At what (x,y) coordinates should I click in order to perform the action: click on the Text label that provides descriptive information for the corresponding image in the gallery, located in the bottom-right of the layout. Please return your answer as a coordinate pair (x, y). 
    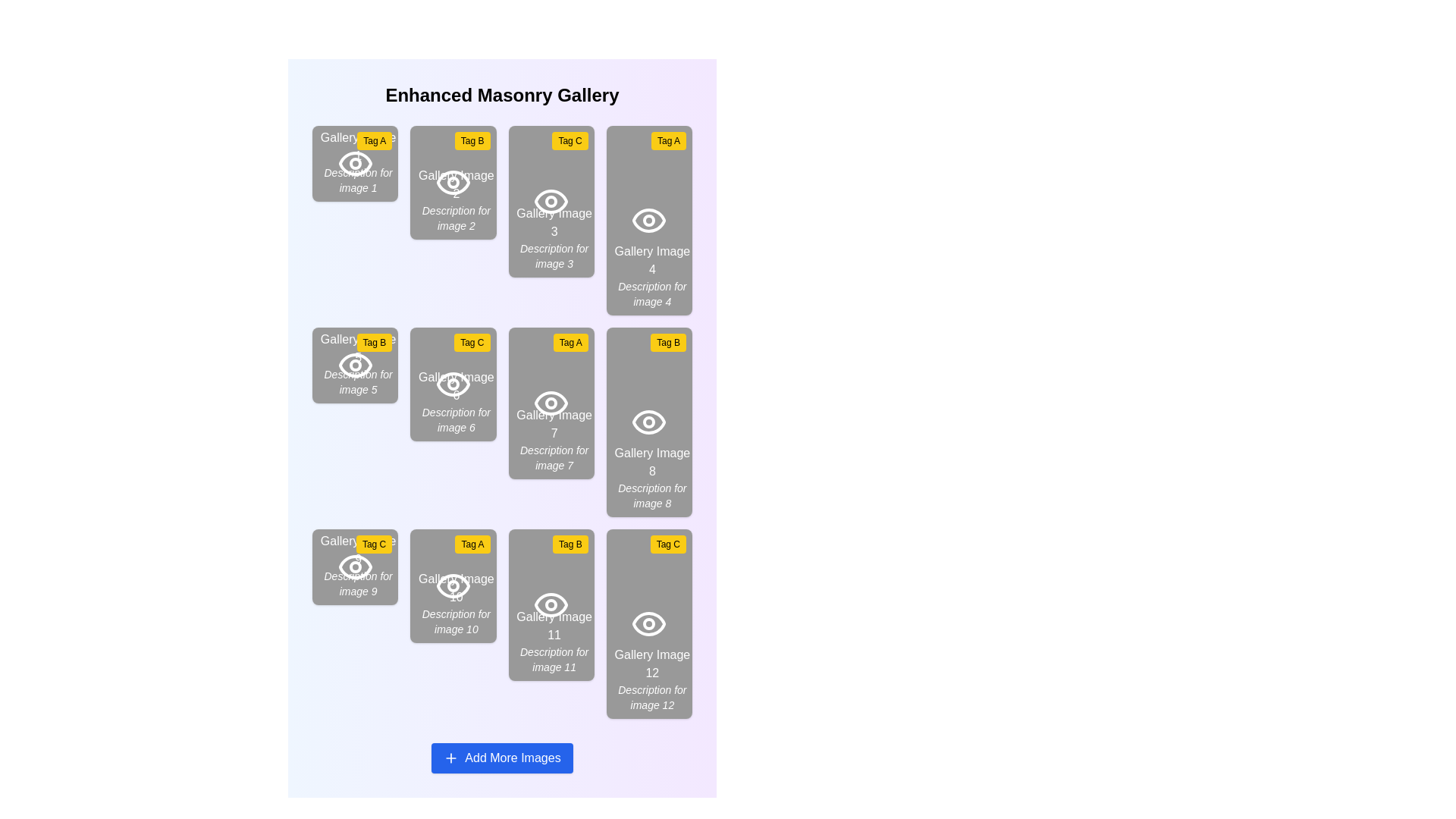
    Looking at the image, I should click on (652, 294).